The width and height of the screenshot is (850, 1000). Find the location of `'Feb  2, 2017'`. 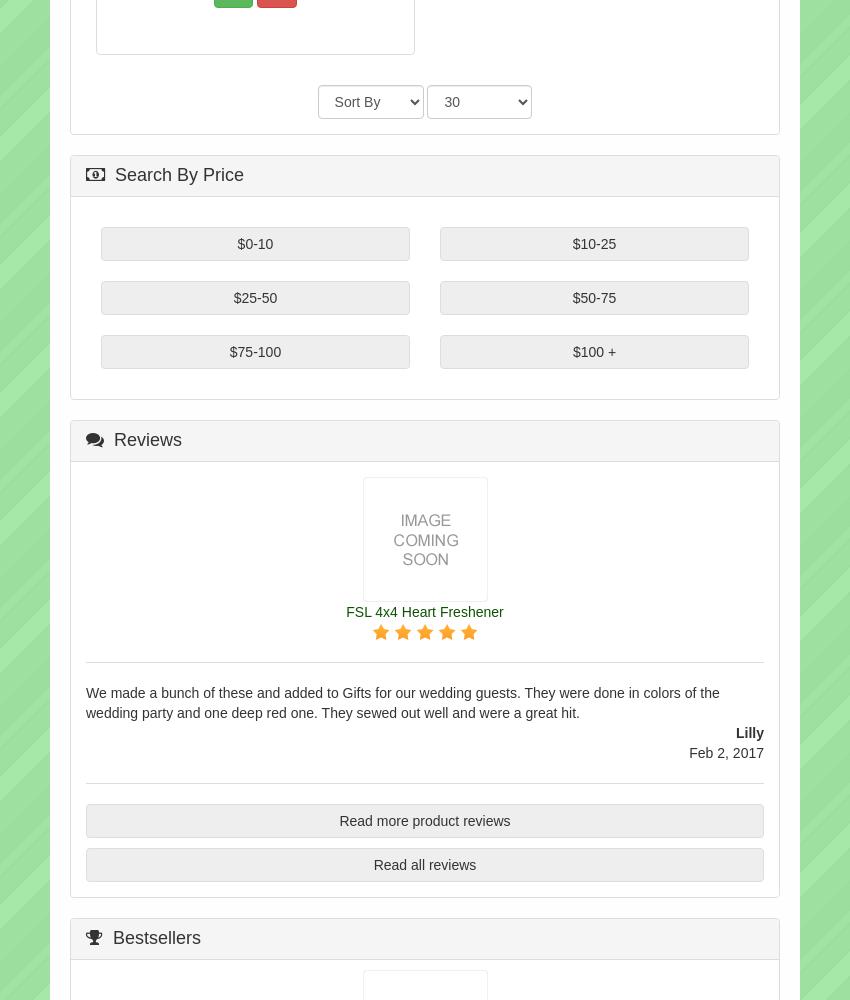

'Feb  2, 2017' is located at coordinates (726, 752).